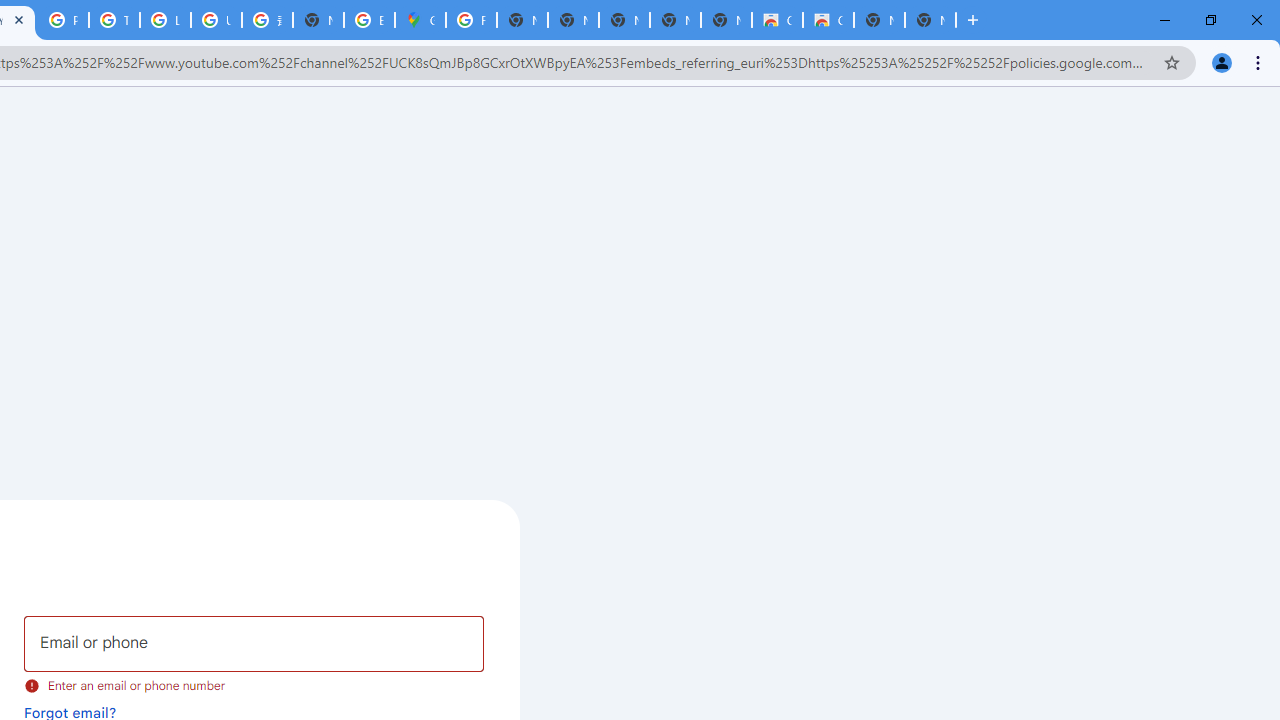  I want to click on 'Email or phone', so click(253, 643).